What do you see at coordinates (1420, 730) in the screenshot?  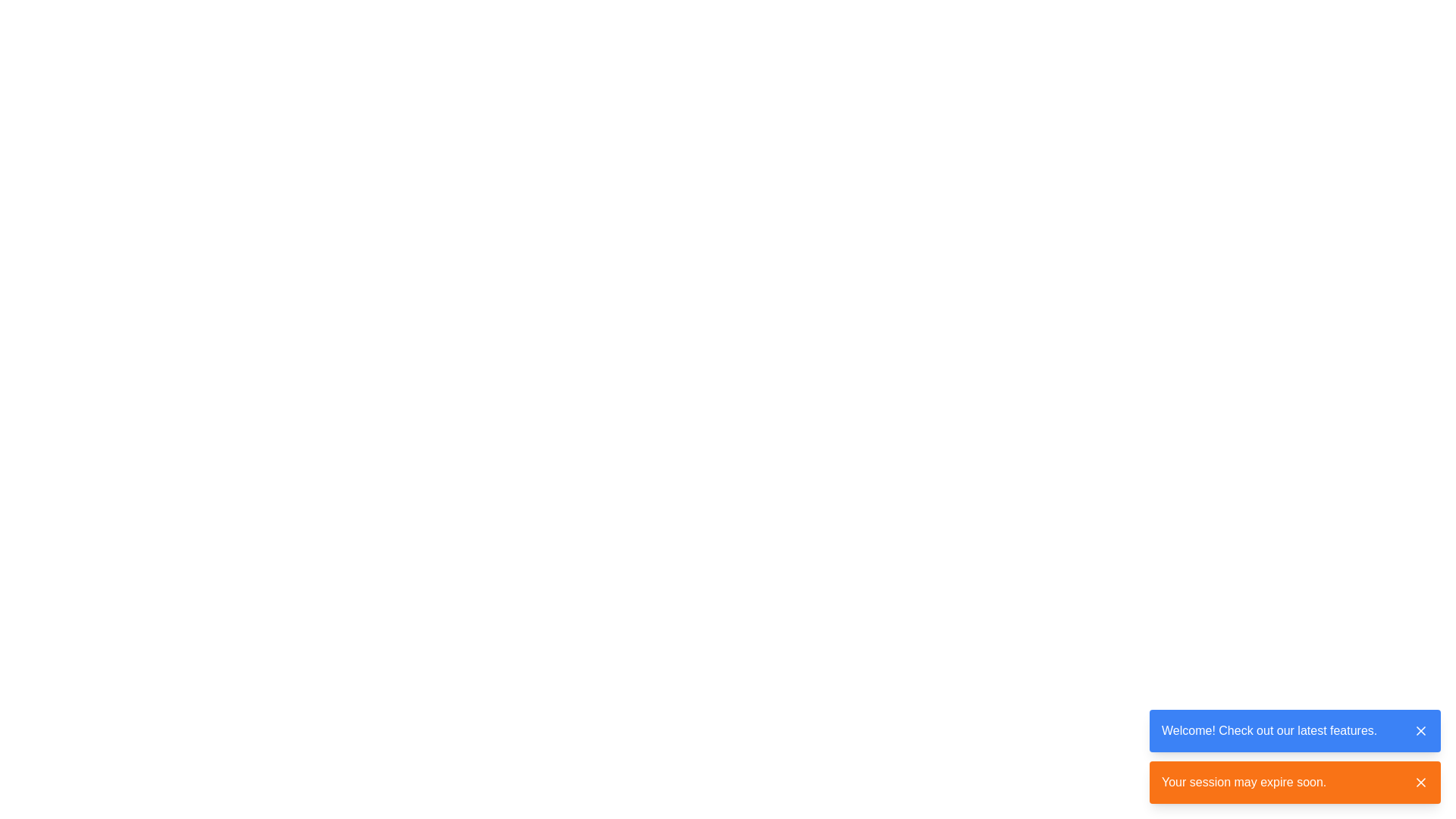 I see `the close icon located at the top-right corner of the blue notification banner with the message 'Welcome! Check out our latest features.'` at bounding box center [1420, 730].